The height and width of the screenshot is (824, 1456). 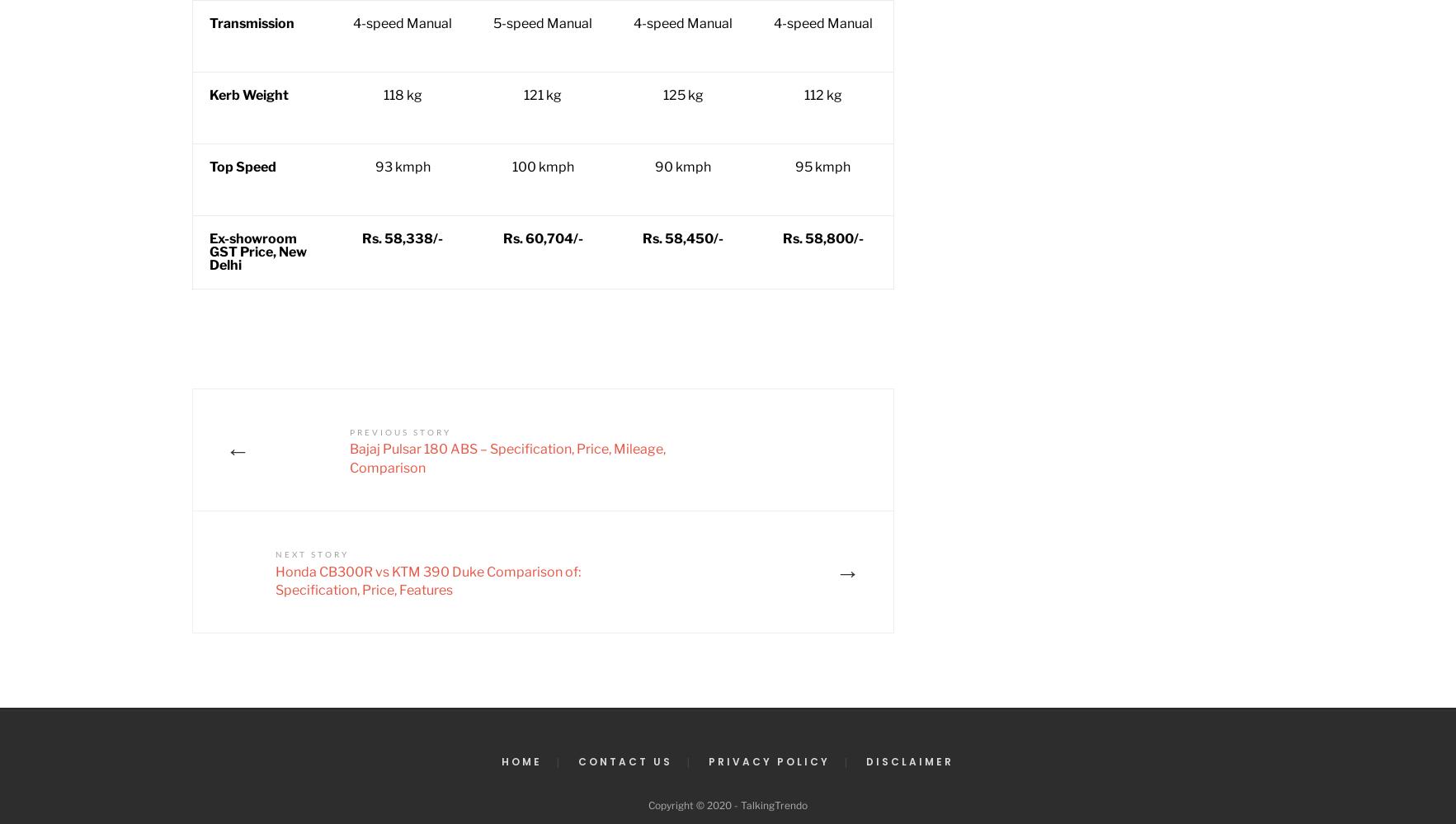 I want to click on '112 kg', so click(x=822, y=95).